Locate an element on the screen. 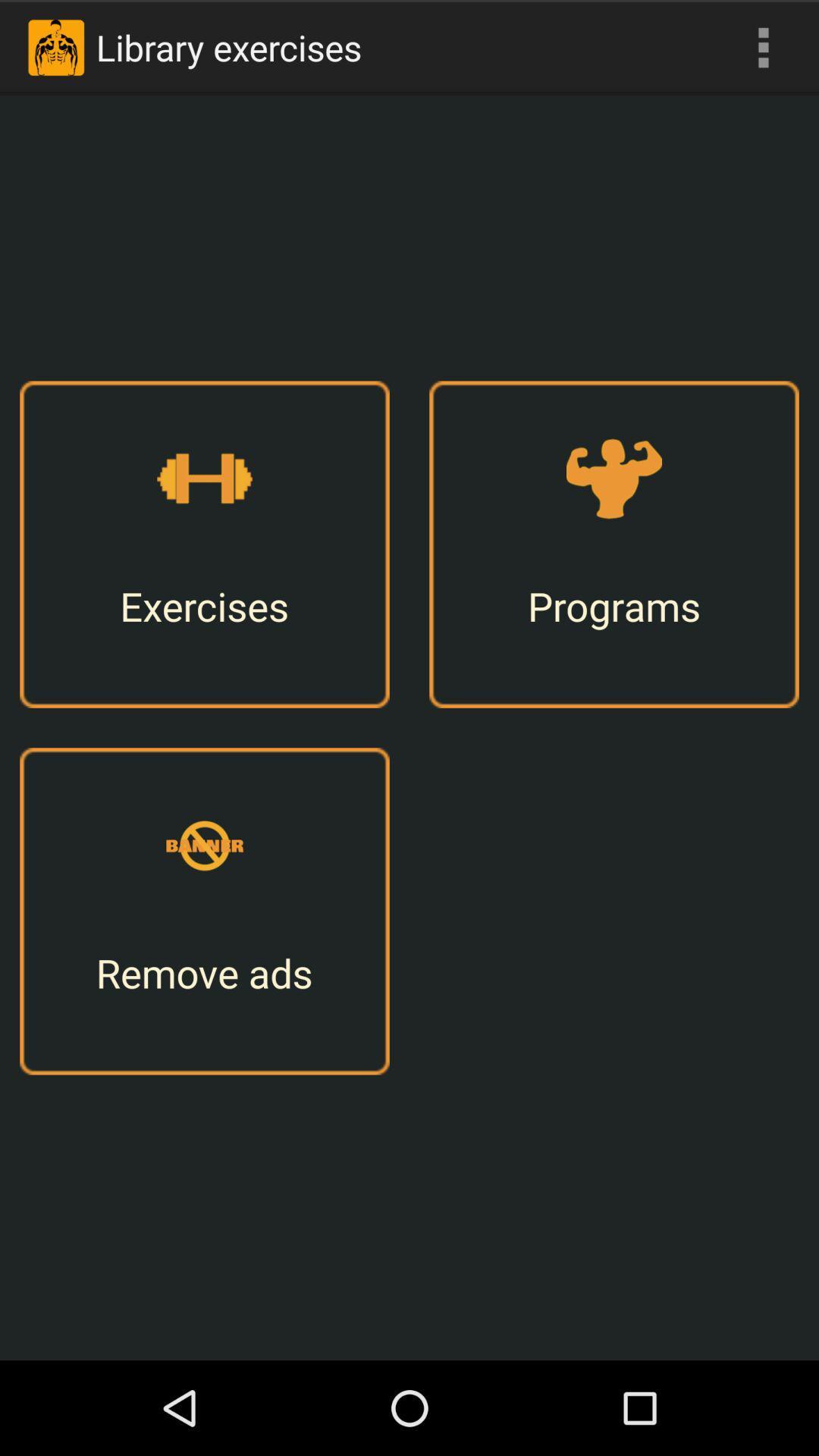  the icon to the right of the library exercises app is located at coordinates (763, 47).